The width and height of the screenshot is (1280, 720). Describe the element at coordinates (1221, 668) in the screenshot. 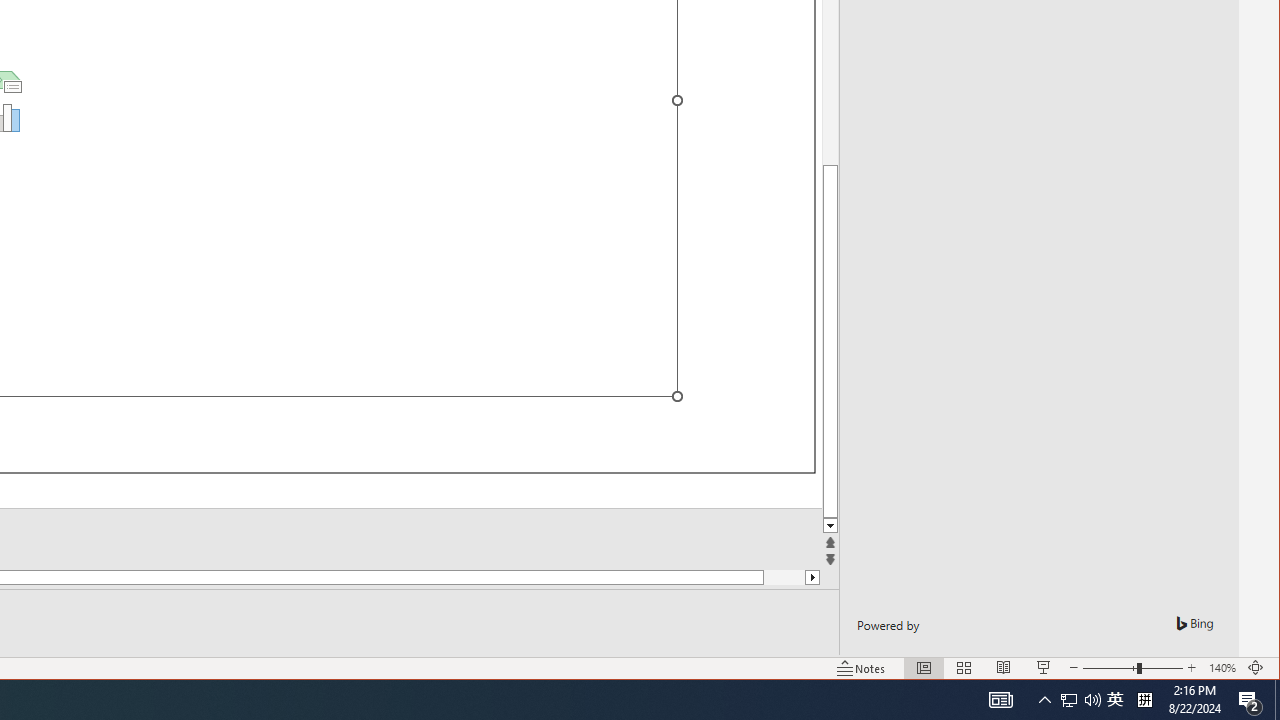

I see `'Zoom 140%'` at that location.